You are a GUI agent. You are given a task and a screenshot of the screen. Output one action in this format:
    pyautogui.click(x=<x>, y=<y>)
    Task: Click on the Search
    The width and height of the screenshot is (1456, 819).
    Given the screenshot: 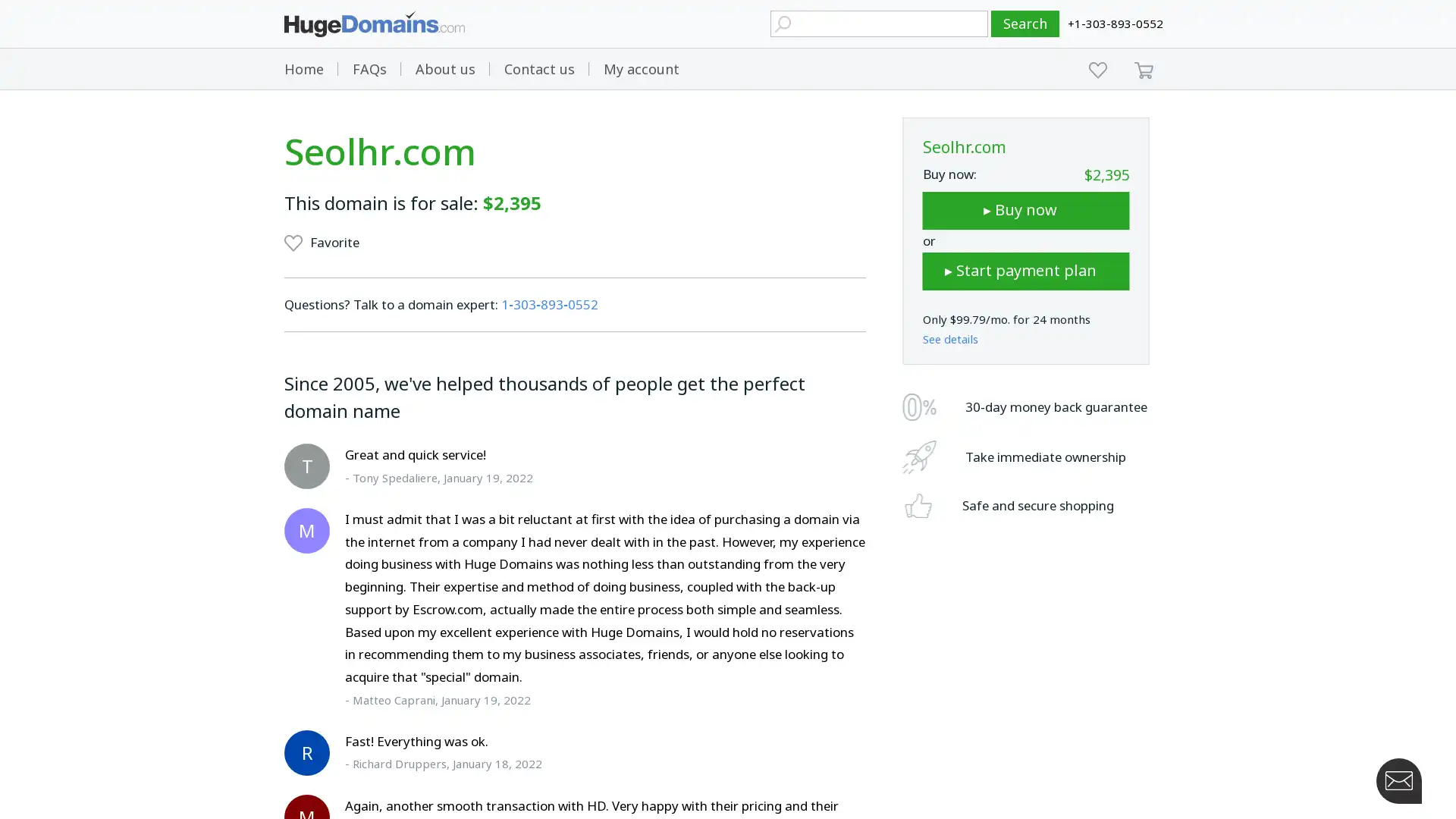 What is the action you would take?
    pyautogui.click(x=1025, y=24)
    